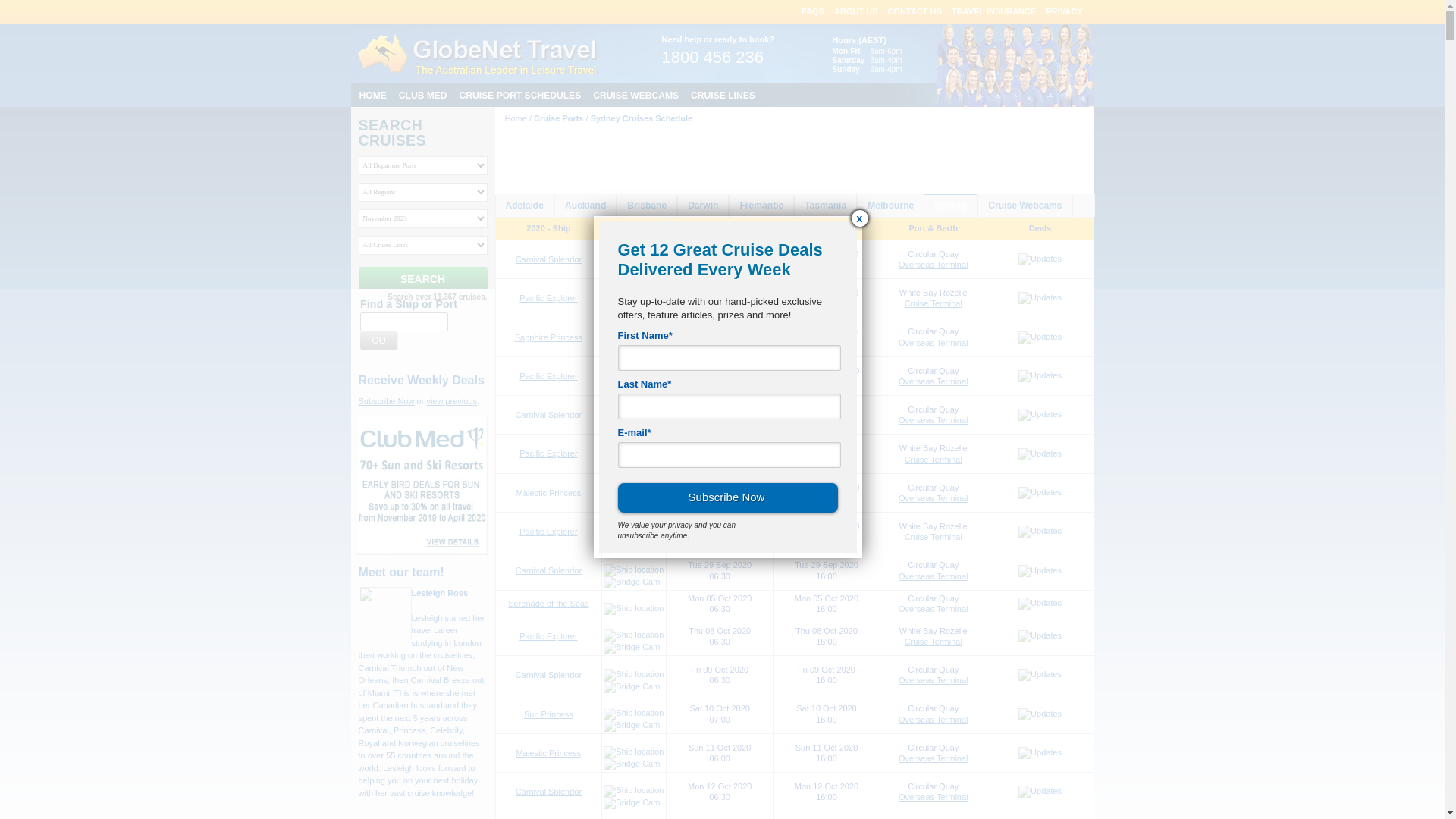 Image resolution: width=1456 pixels, height=819 pixels. I want to click on 'Last Name', so click(728, 406).